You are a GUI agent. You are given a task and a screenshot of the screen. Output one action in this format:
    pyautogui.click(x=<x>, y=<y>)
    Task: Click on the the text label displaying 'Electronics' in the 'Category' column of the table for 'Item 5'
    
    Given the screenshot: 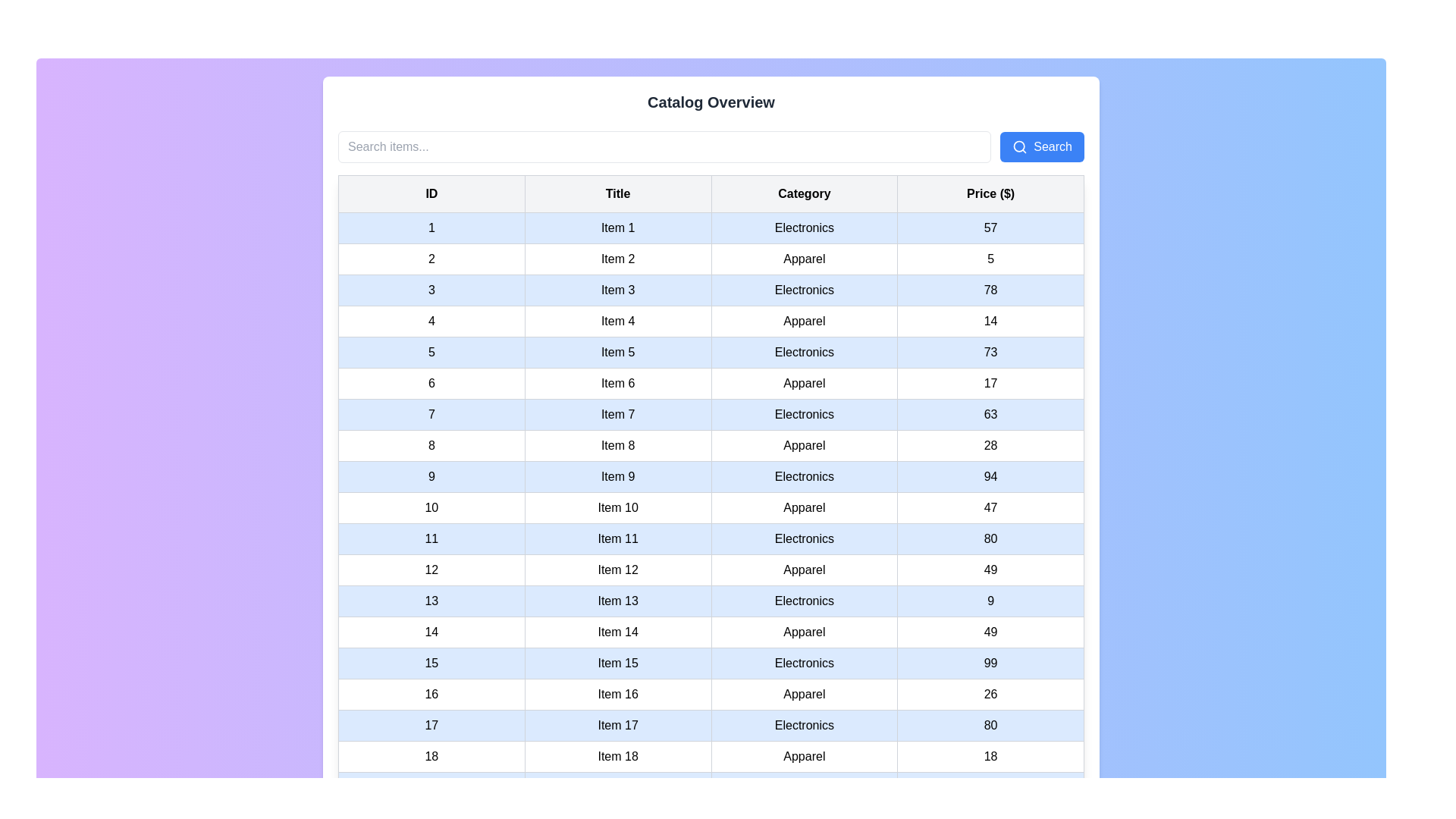 What is the action you would take?
    pyautogui.click(x=803, y=353)
    